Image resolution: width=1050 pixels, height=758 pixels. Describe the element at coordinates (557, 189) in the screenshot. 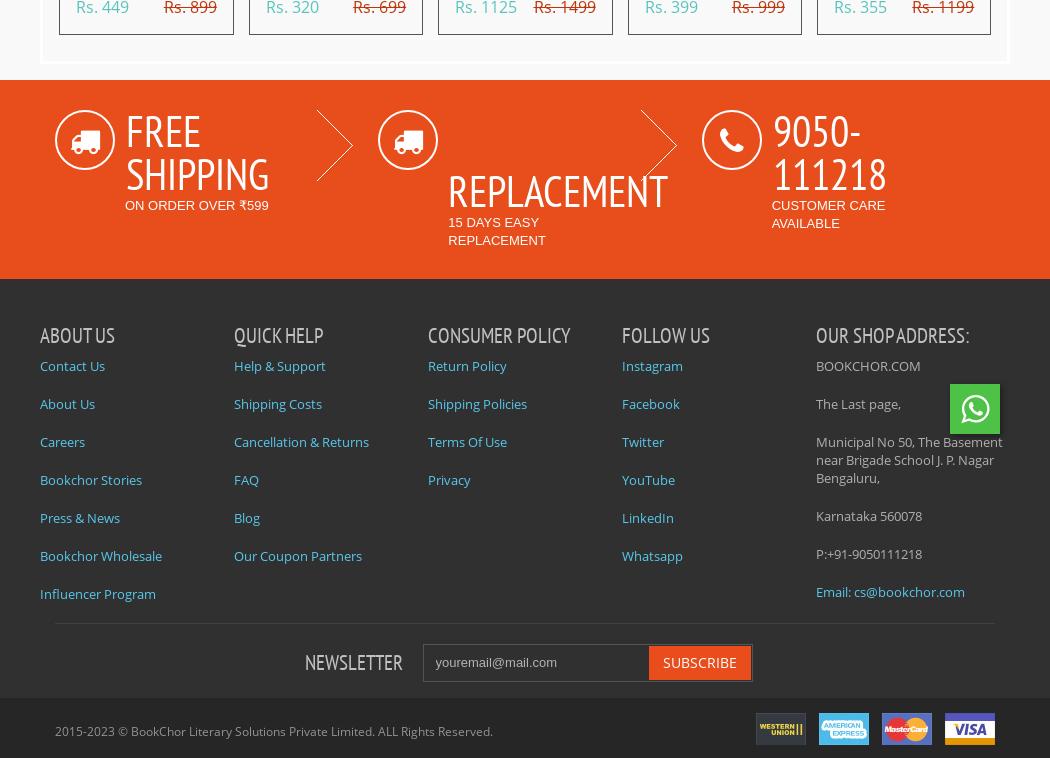

I see `'Replacement'` at that location.